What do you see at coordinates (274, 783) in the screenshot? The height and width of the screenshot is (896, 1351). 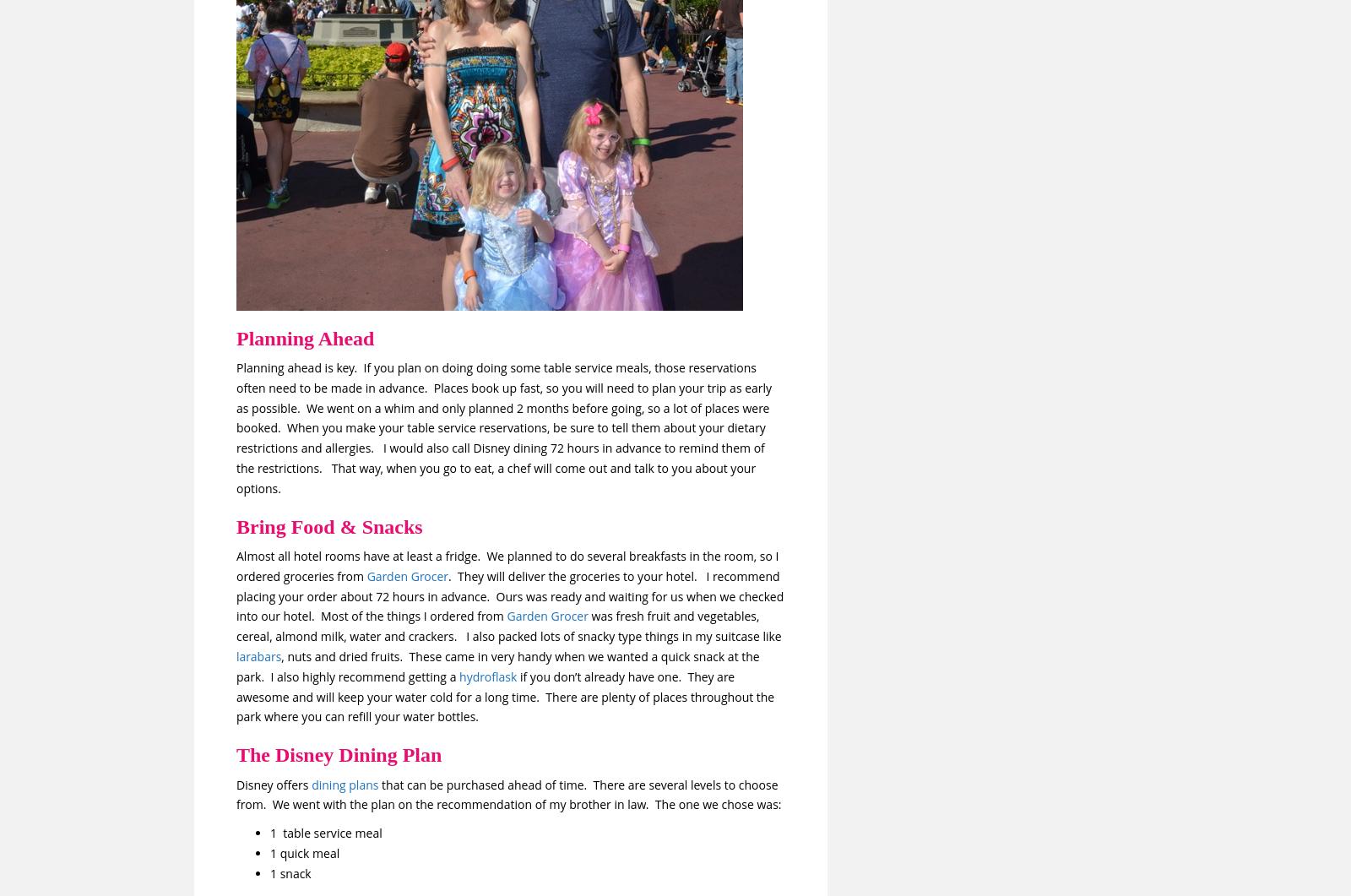 I see `'Disney offers'` at bounding box center [274, 783].